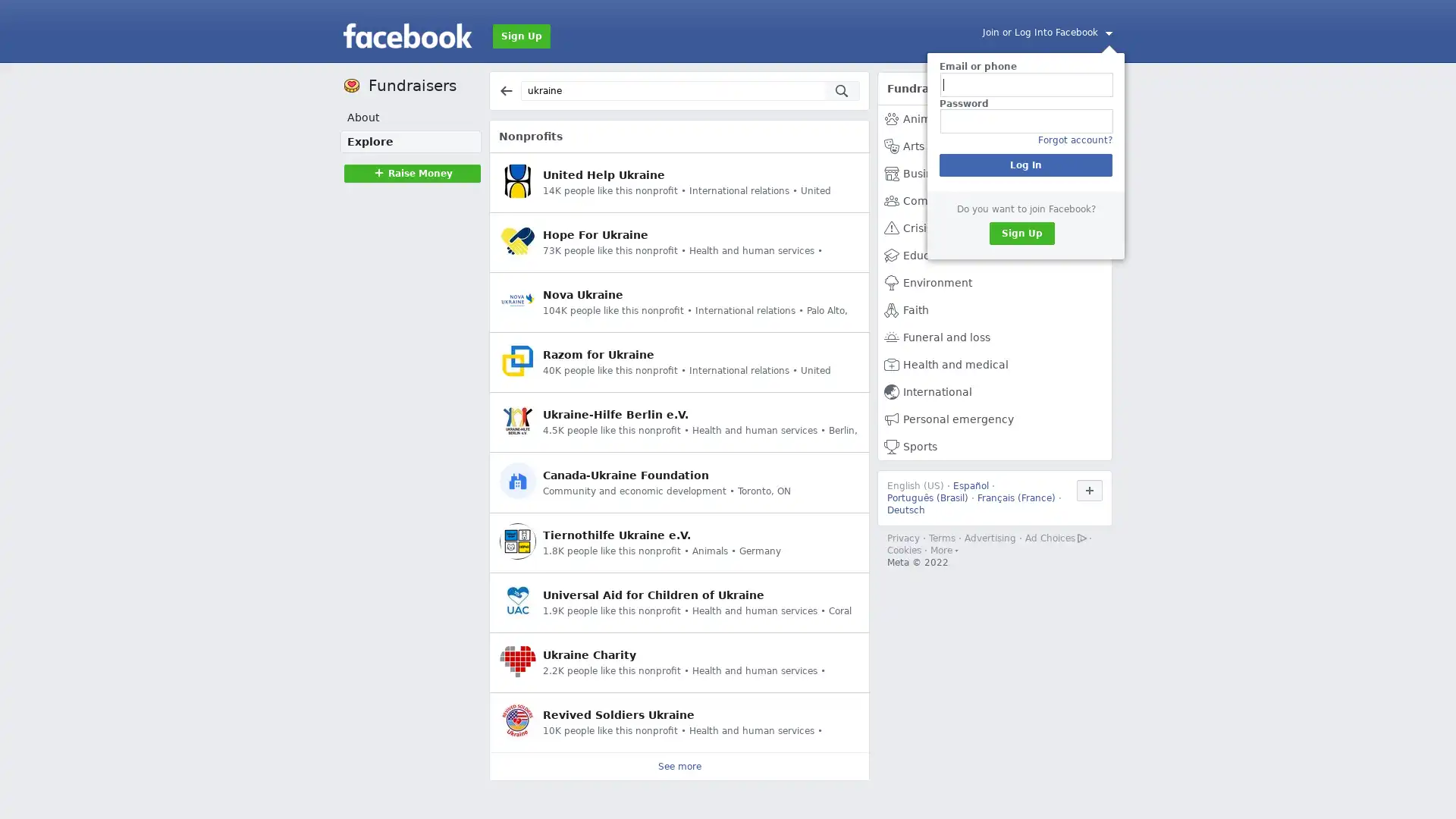  Describe the element at coordinates (1022, 234) in the screenshot. I see `Sign Up` at that location.